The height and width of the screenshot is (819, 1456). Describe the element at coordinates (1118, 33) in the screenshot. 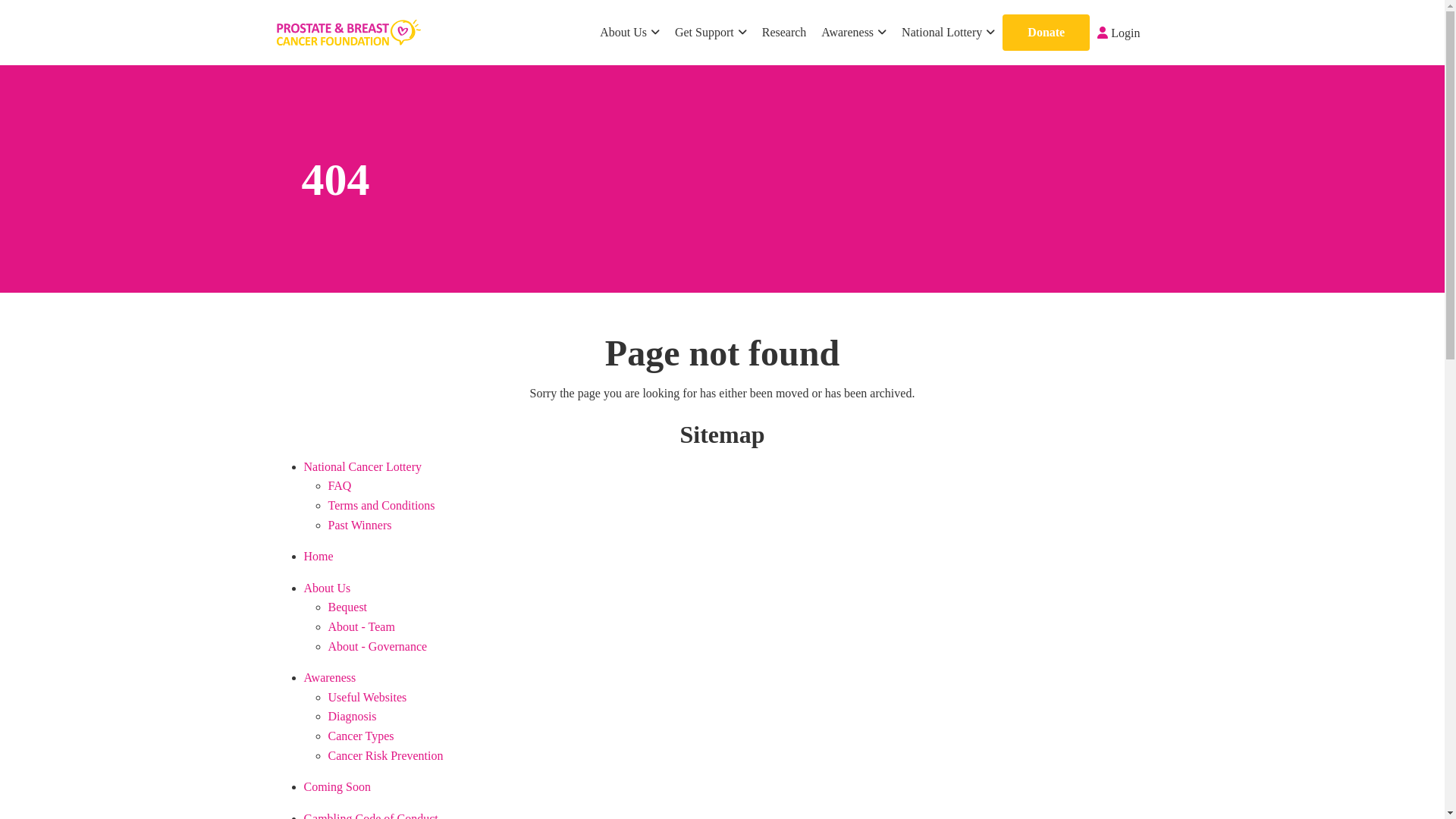

I see `'Login'` at that location.